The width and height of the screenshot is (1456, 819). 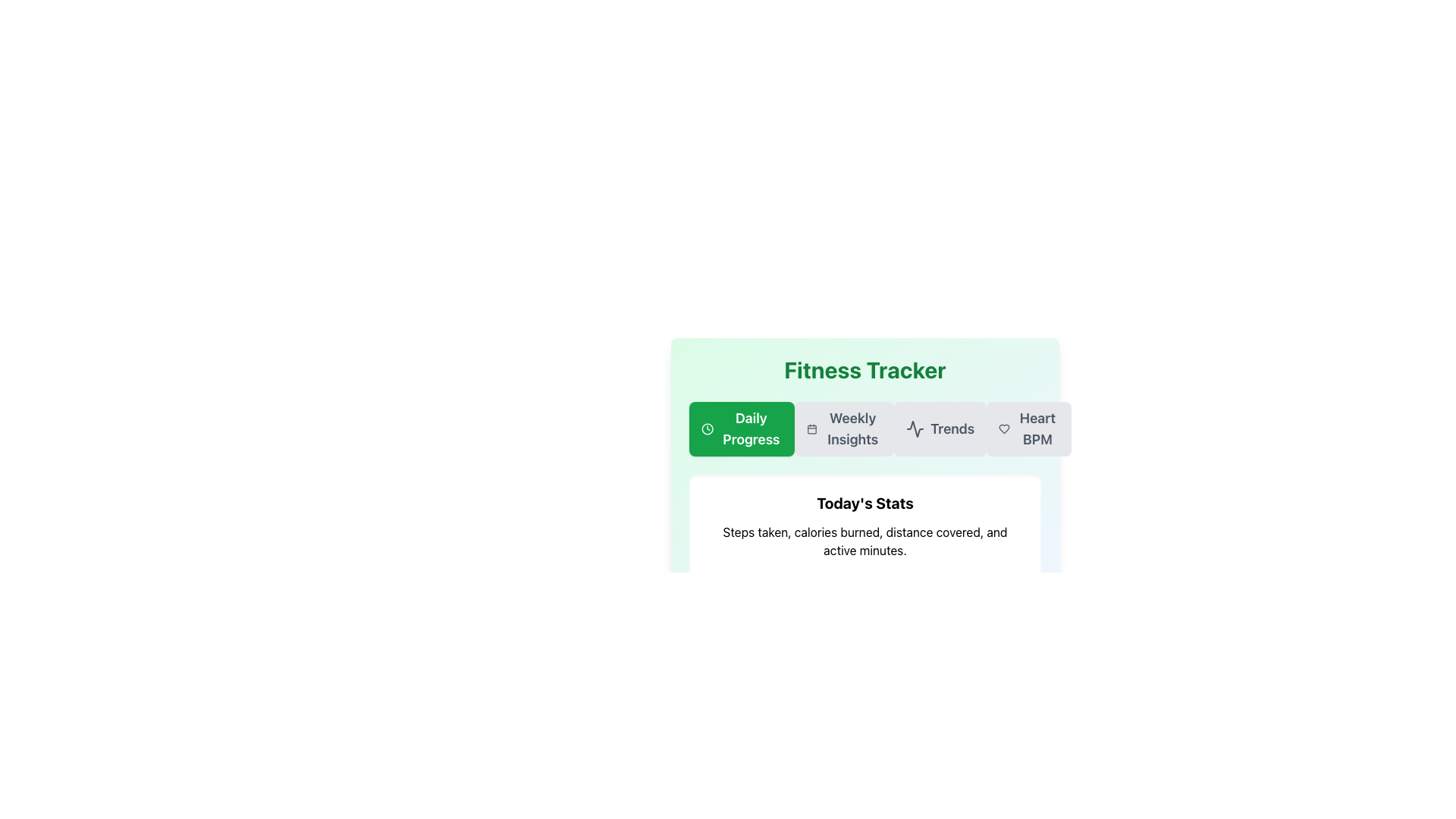 What do you see at coordinates (1004, 429) in the screenshot?
I see `the heart-related metrics icon located in the 'Heart BPM' section of the top navigation bar on the dashboard` at bounding box center [1004, 429].